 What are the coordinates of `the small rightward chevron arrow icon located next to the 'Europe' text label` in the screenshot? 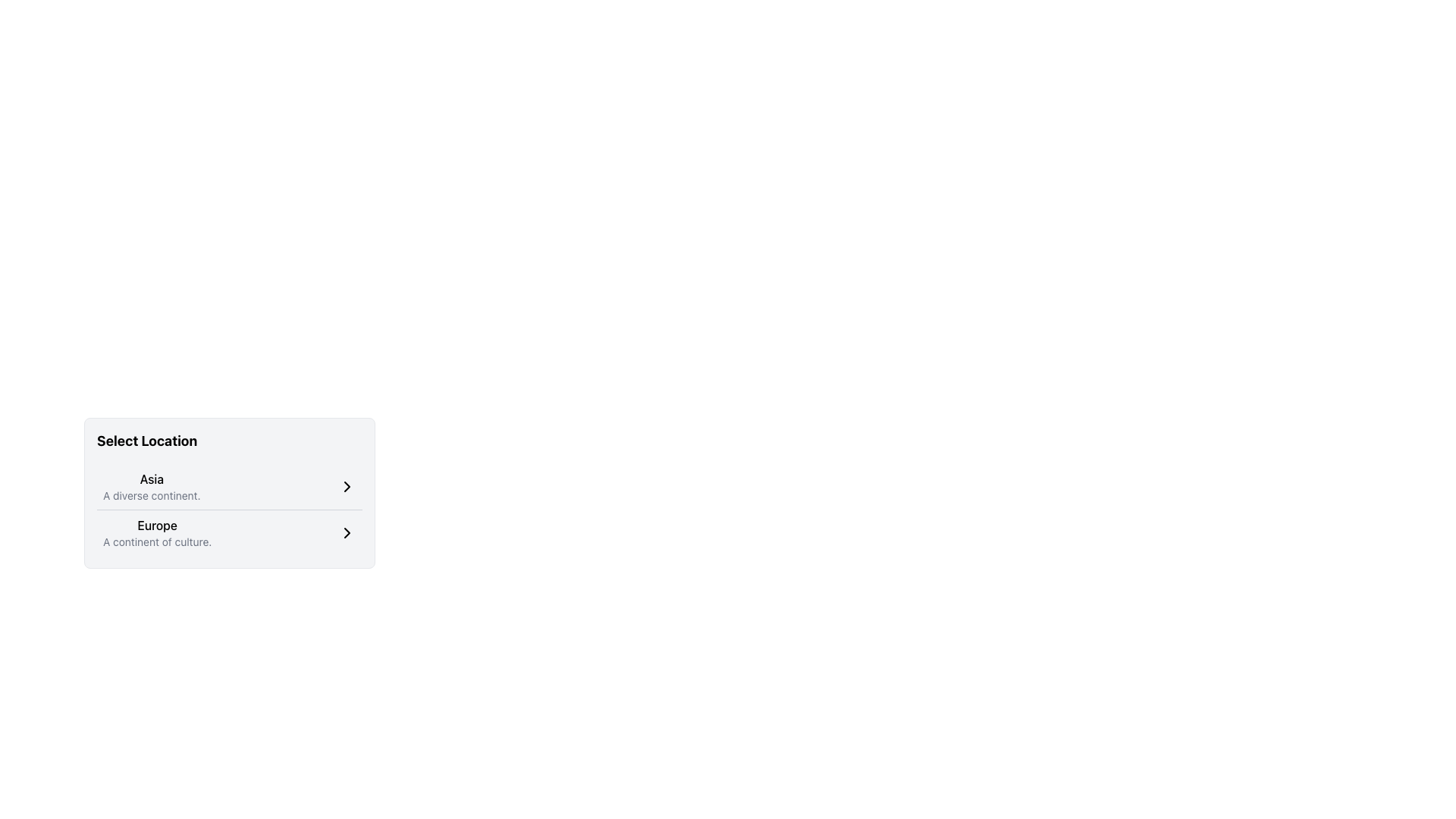 It's located at (346, 532).